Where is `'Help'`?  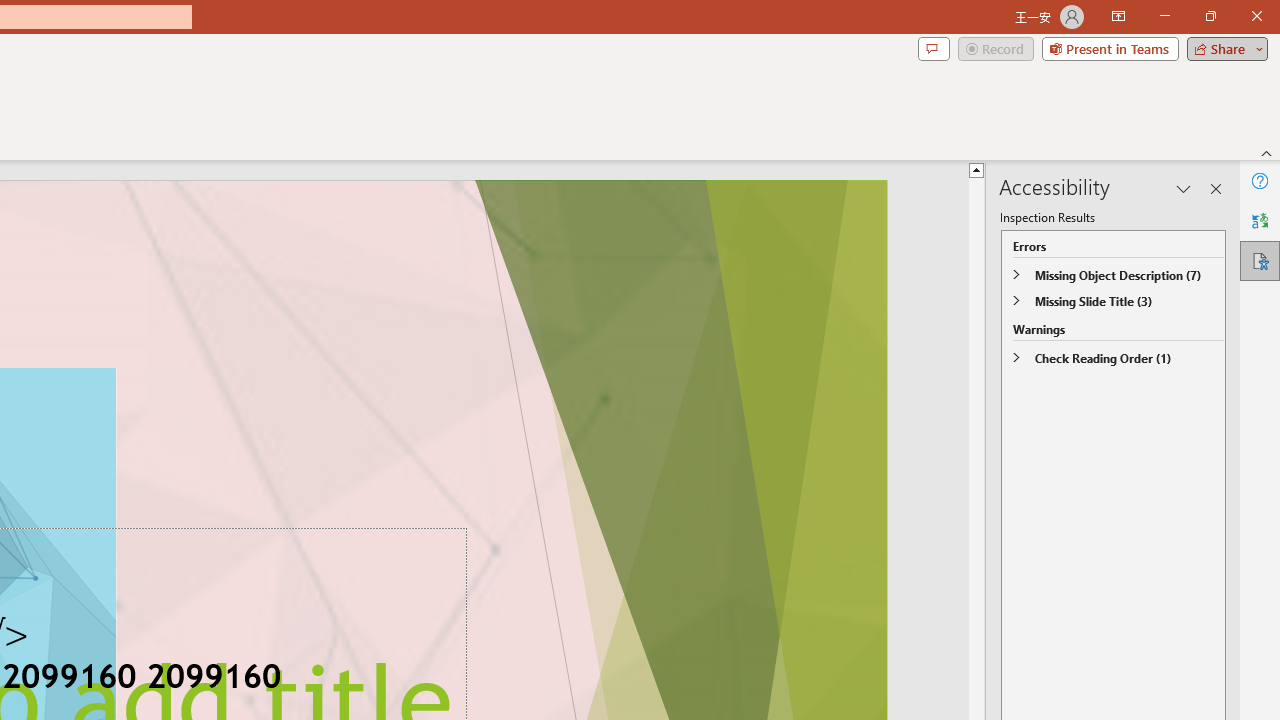 'Help' is located at coordinates (1259, 181).